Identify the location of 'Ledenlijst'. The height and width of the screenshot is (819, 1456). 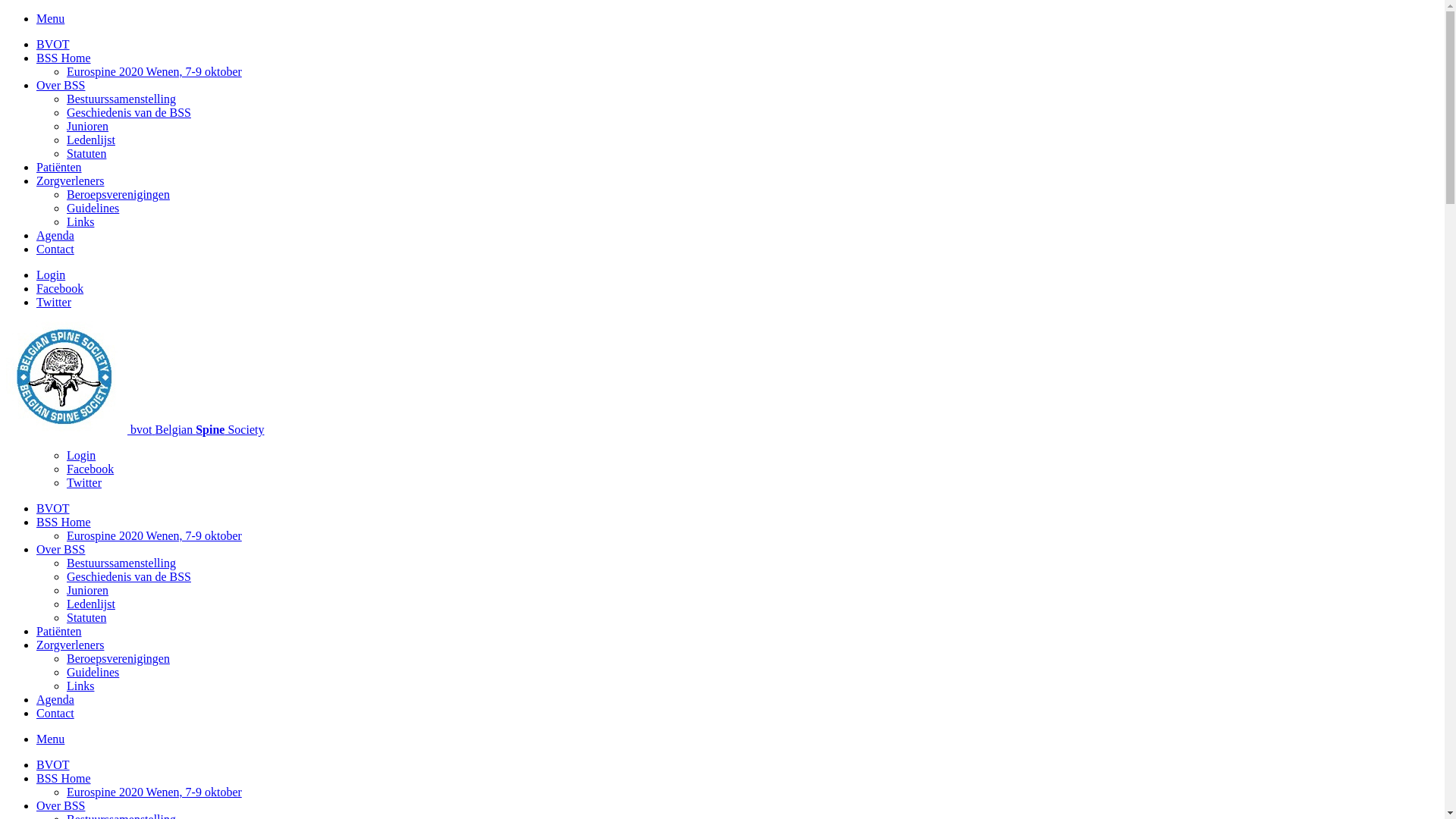
(90, 603).